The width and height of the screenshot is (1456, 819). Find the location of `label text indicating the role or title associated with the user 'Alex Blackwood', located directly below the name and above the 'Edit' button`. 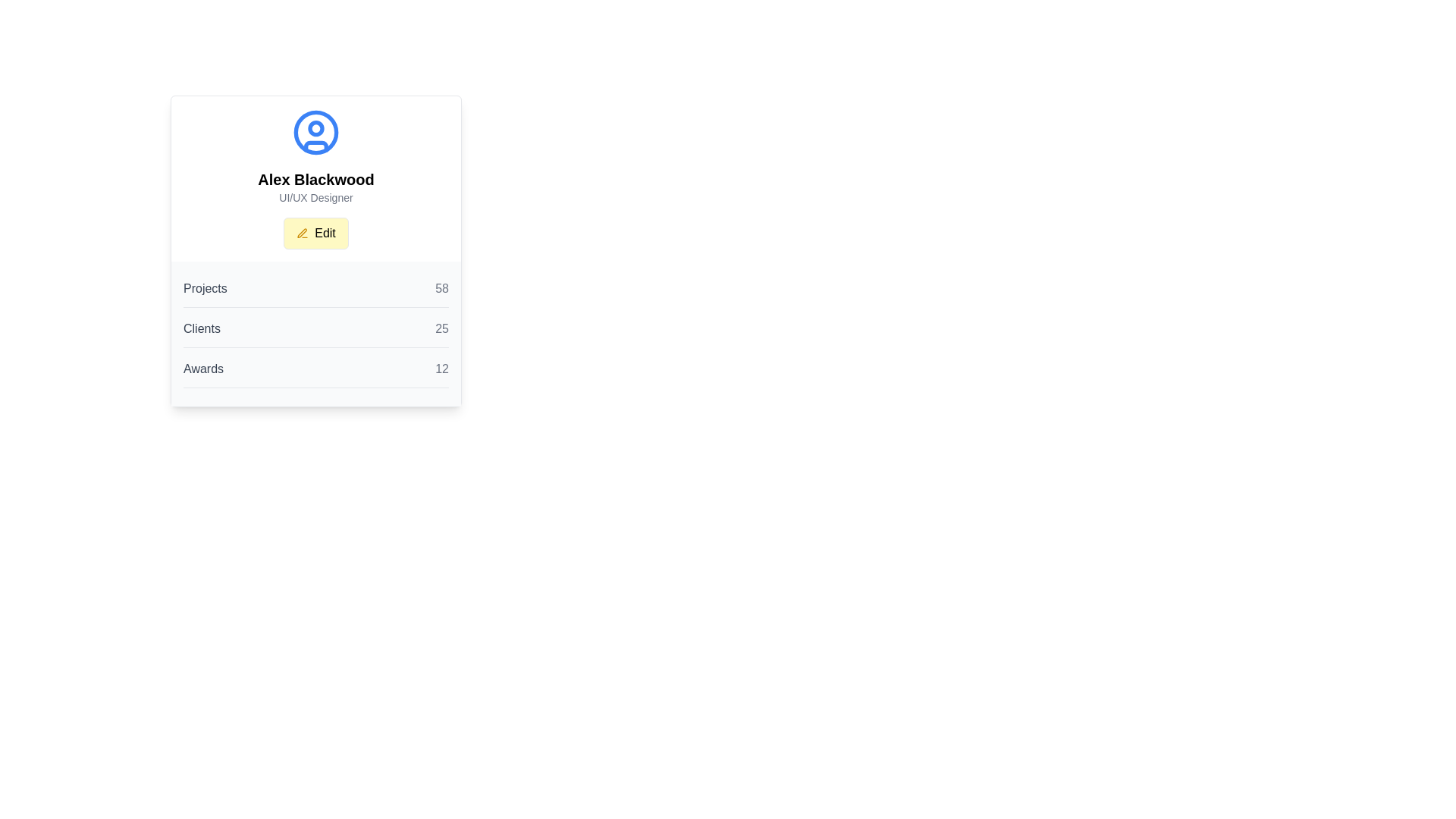

label text indicating the role or title associated with the user 'Alex Blackwood', located directly below the name and above the 'Edit' button is located at coordinates (315, 197).